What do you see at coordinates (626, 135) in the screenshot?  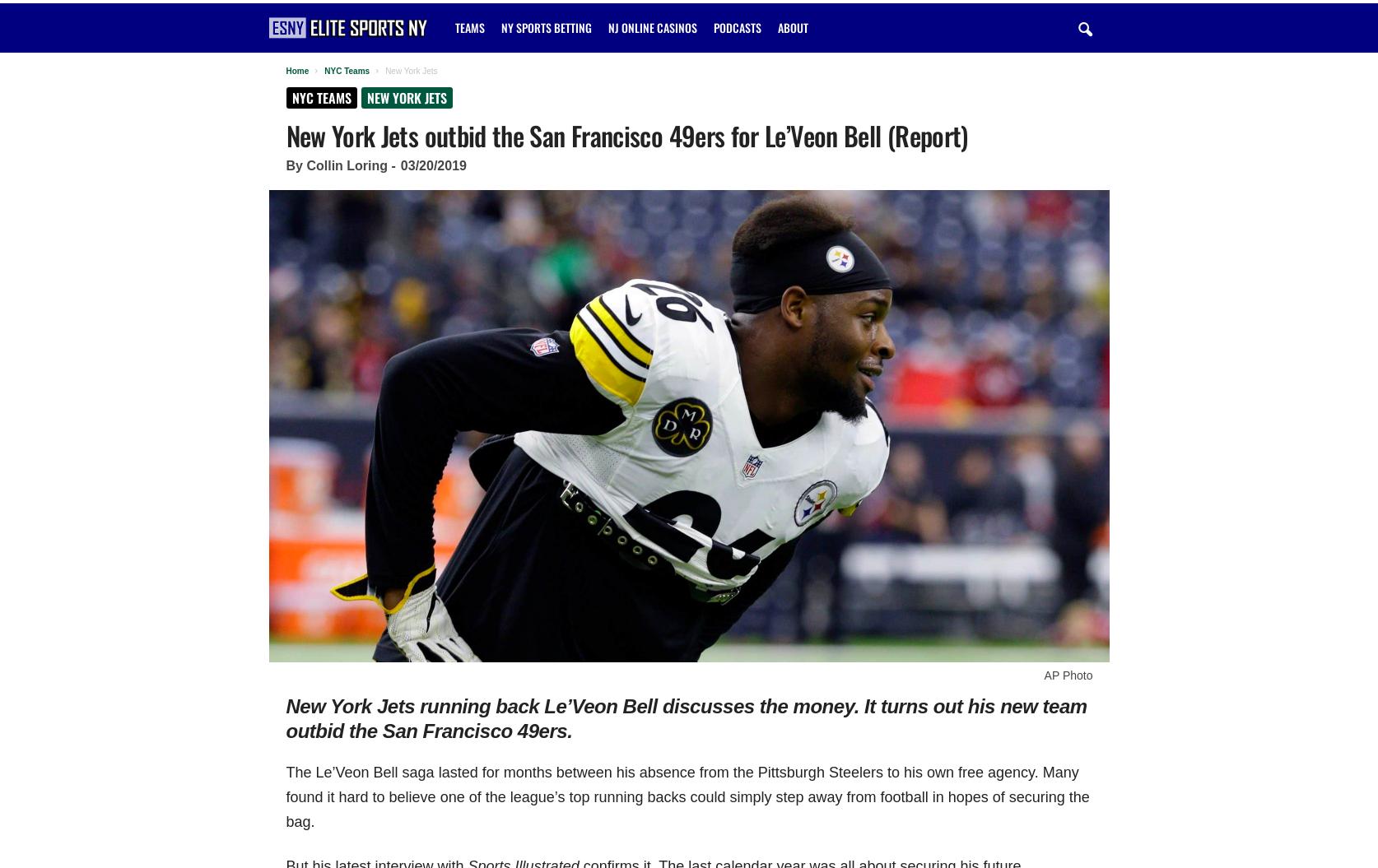 I see `'New York Jets outbid the San Francisco 49ers for Le’Veon Bell (Report)'` at bounding box center [626, 135].